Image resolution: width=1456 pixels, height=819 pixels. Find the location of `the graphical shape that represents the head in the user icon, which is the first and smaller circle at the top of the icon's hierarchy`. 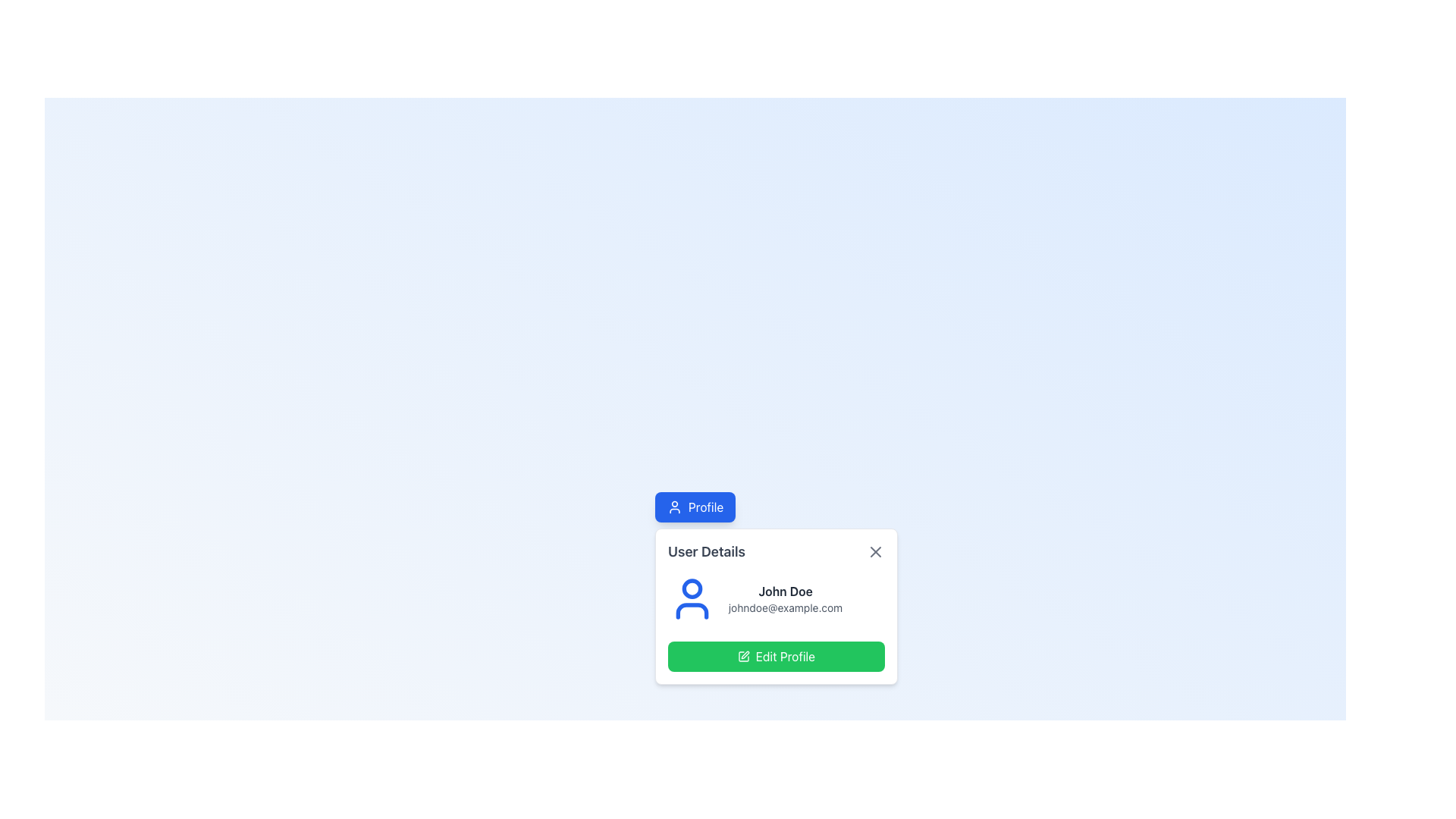

the graphical shape that represents the head in the user icon, which is the first and smaller circle at the top of the icon's hierarchy is located at coordinates (691, 588).